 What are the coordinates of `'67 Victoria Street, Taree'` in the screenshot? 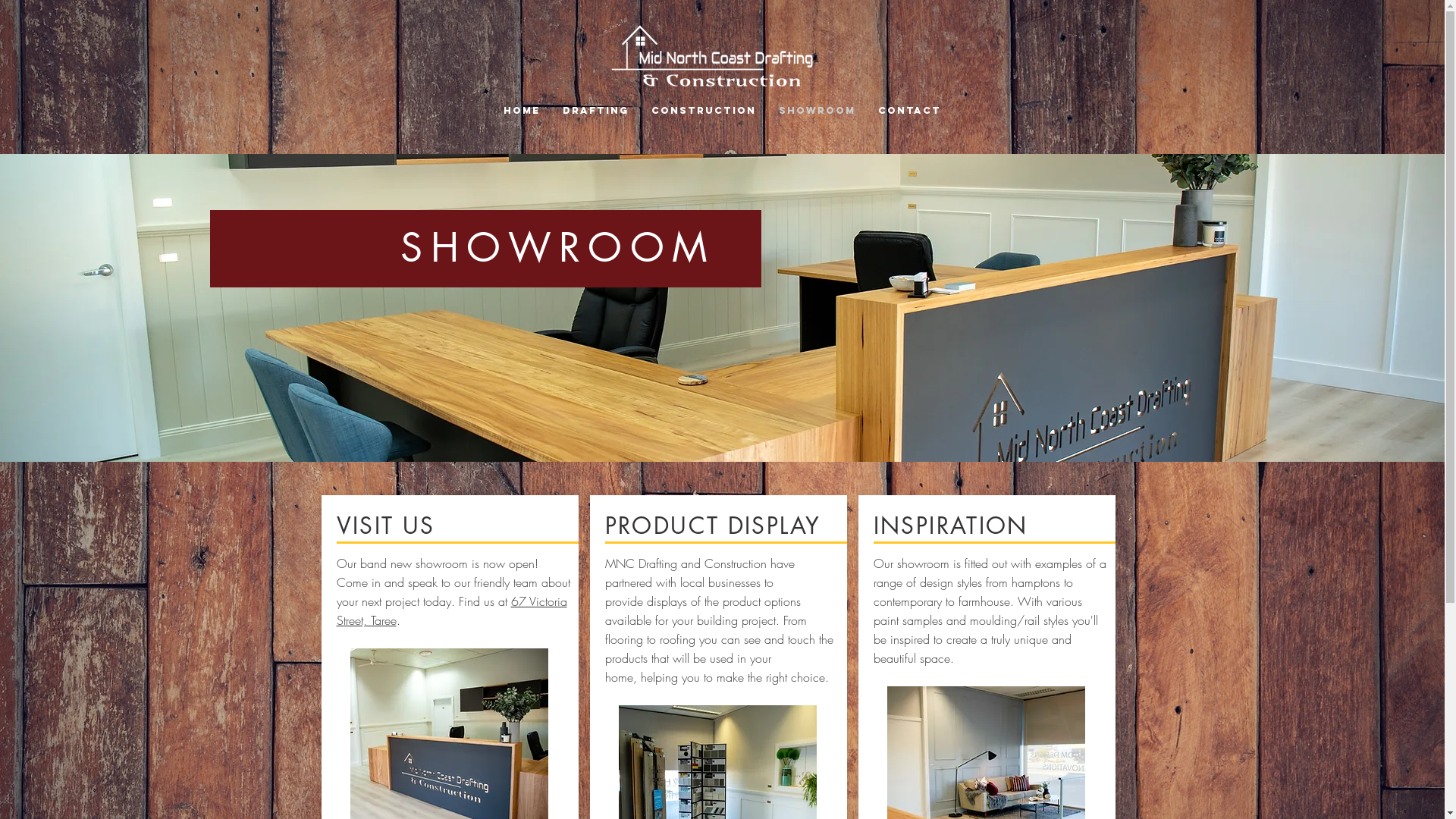 It's located at (450, 610).